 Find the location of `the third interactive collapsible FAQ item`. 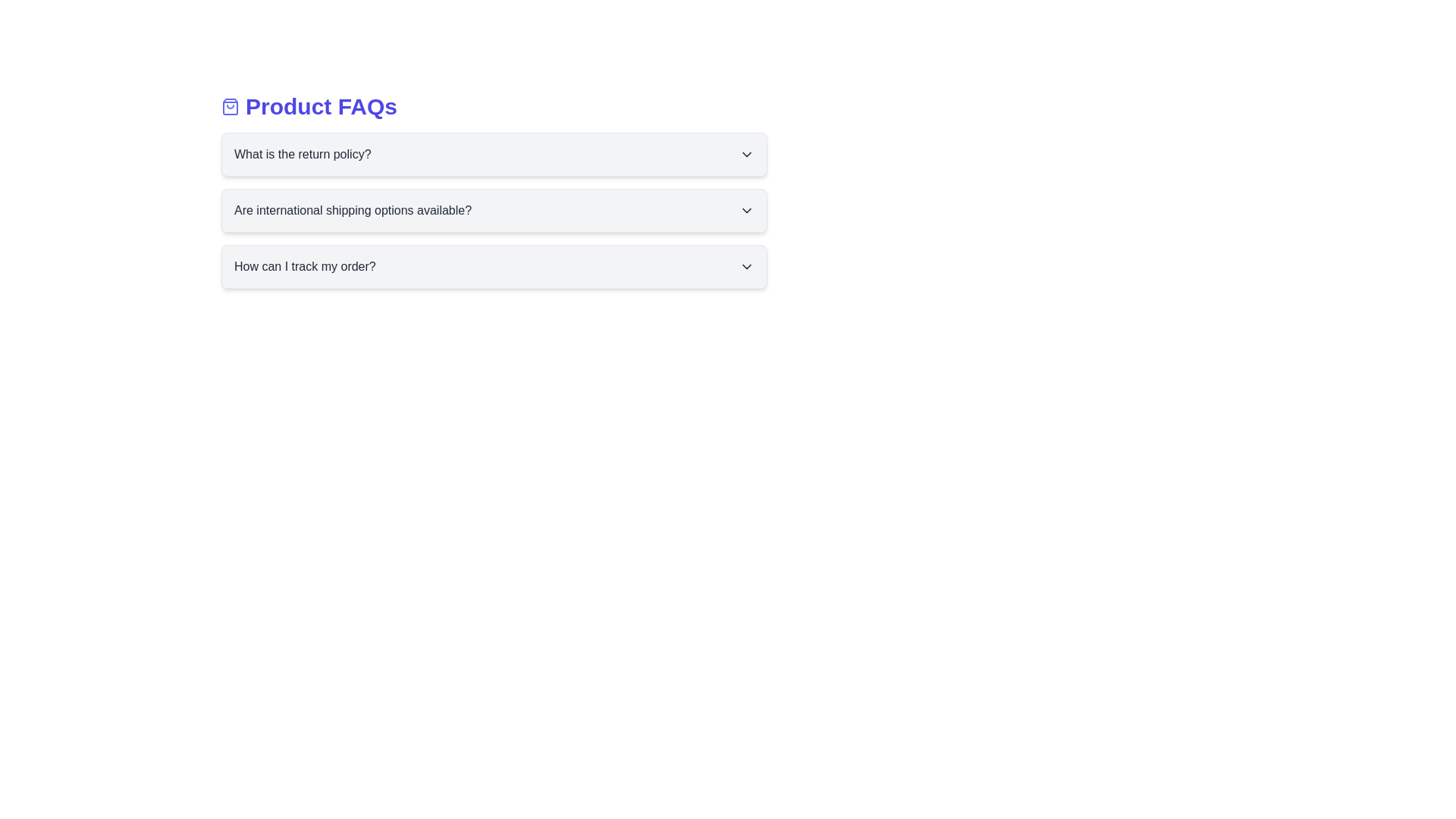

the third interactive collapsible FAQ item is located at coordinates (494, 265).